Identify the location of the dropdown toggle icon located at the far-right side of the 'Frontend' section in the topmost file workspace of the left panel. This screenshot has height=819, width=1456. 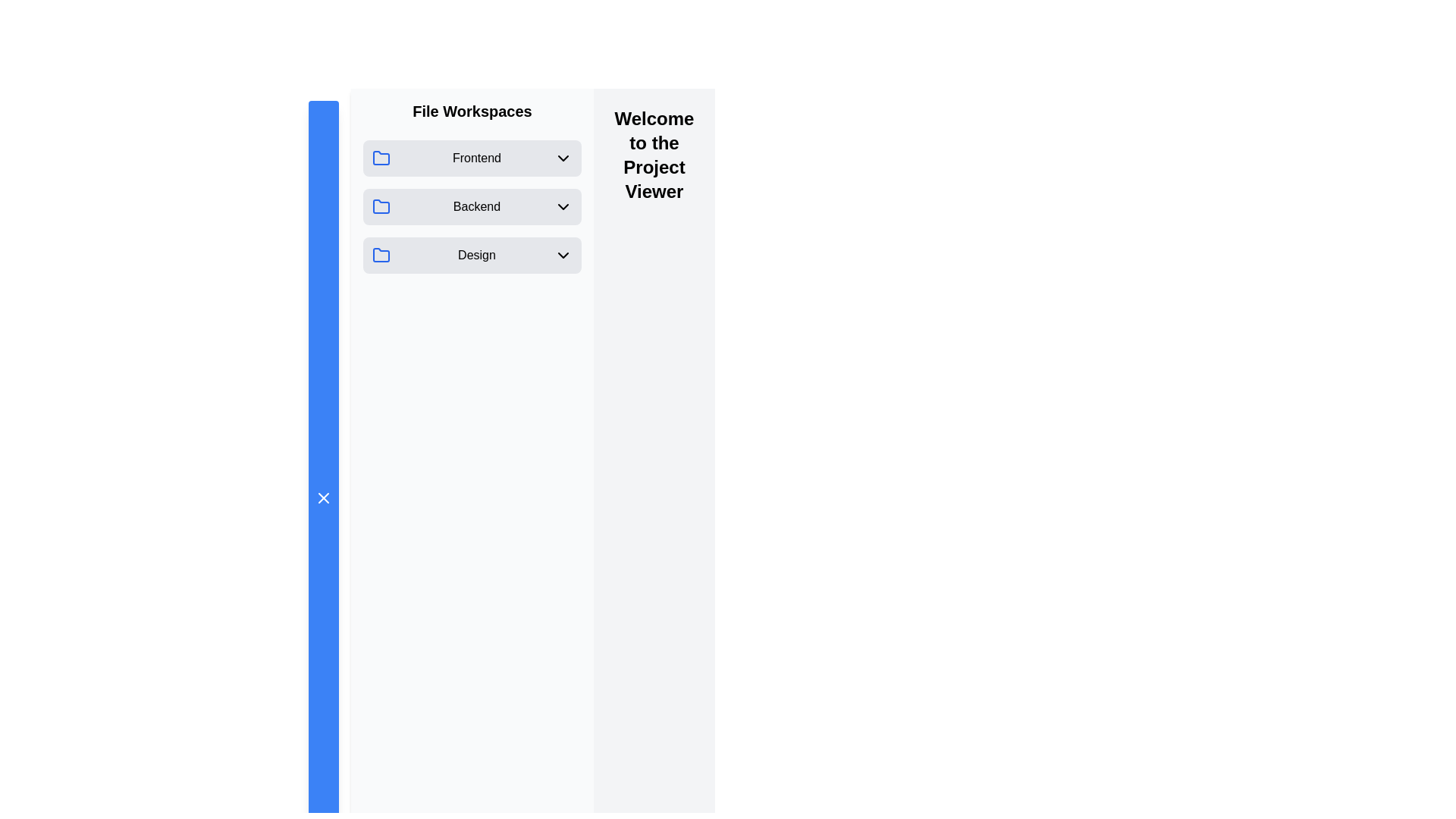
(563, 158).